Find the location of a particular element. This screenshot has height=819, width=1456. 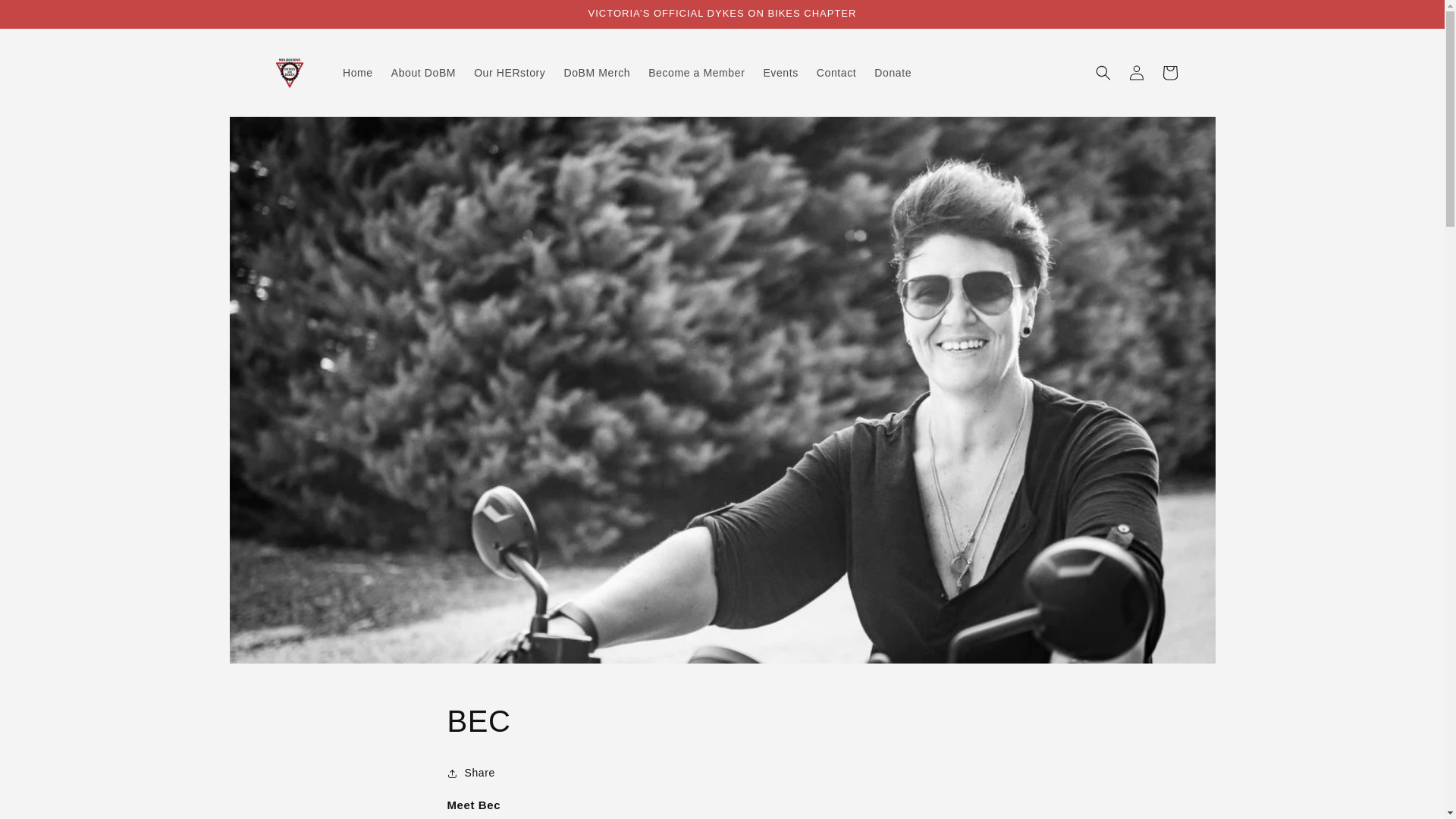

'Become a Member' is located at coordinates (695, 73).